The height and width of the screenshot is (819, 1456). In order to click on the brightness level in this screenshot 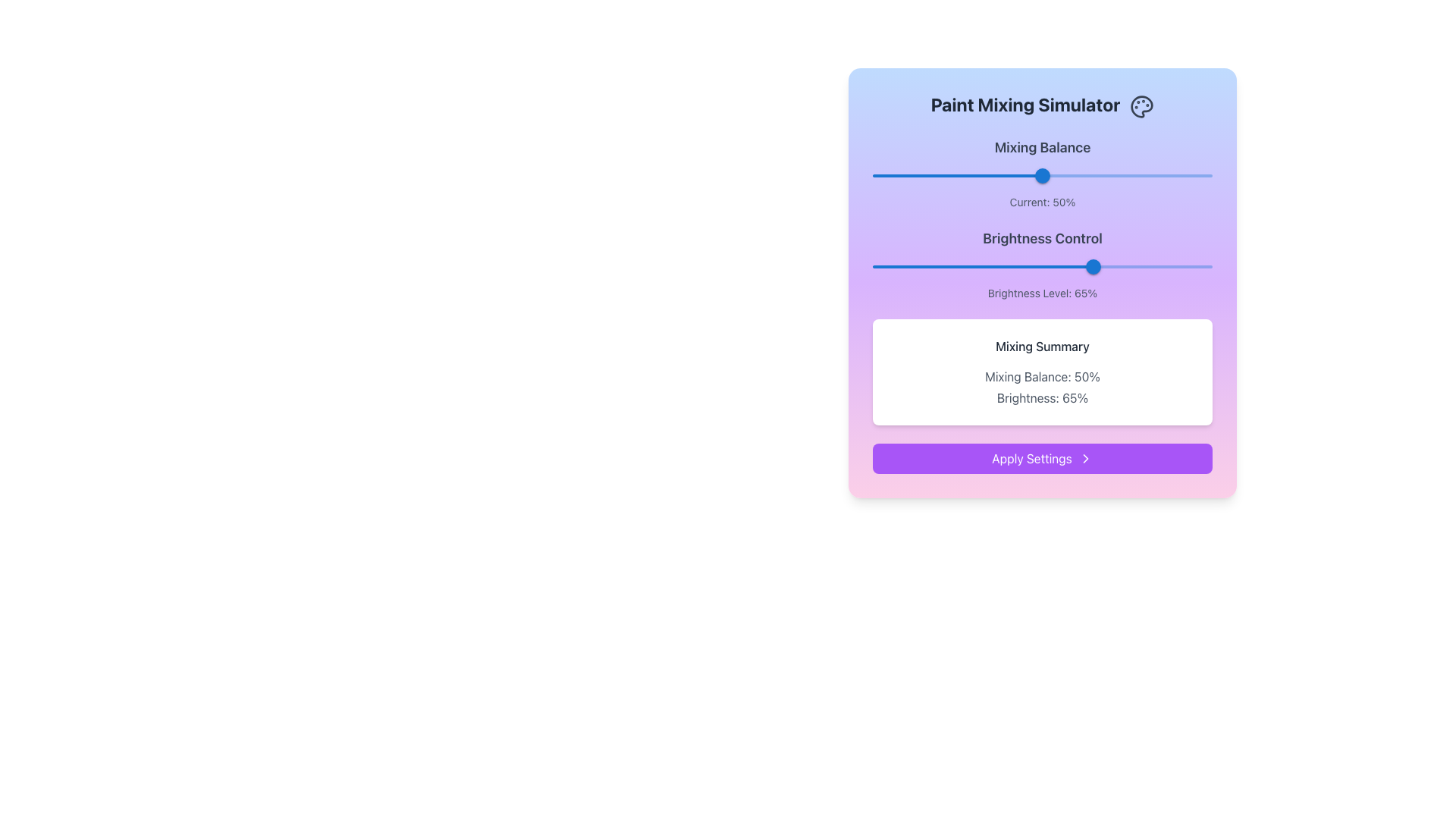, I will do `click(1113, 265)`.